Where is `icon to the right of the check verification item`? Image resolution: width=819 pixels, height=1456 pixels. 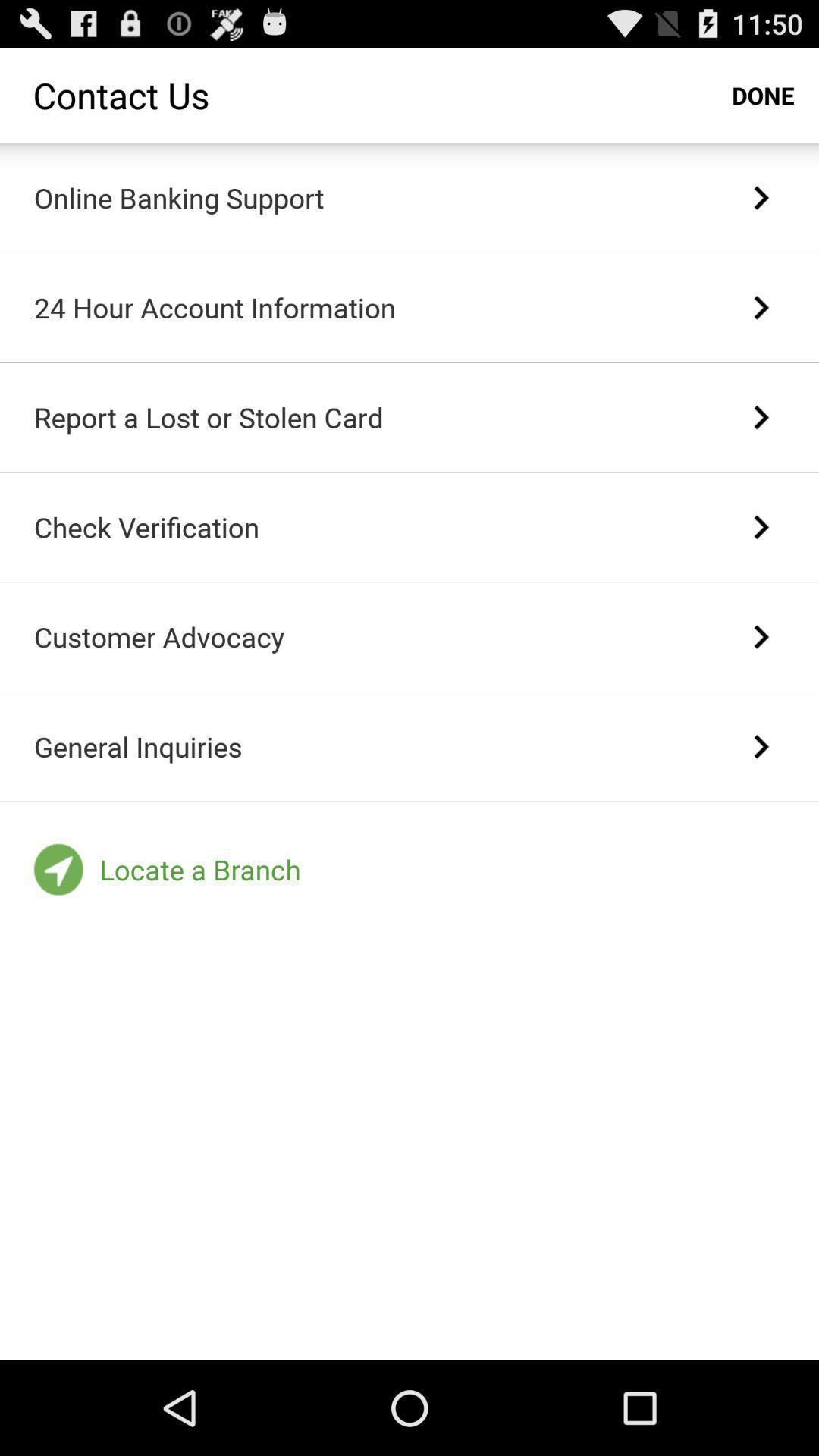 icon to the right of the check verification item is located at coordinates (761, 527).